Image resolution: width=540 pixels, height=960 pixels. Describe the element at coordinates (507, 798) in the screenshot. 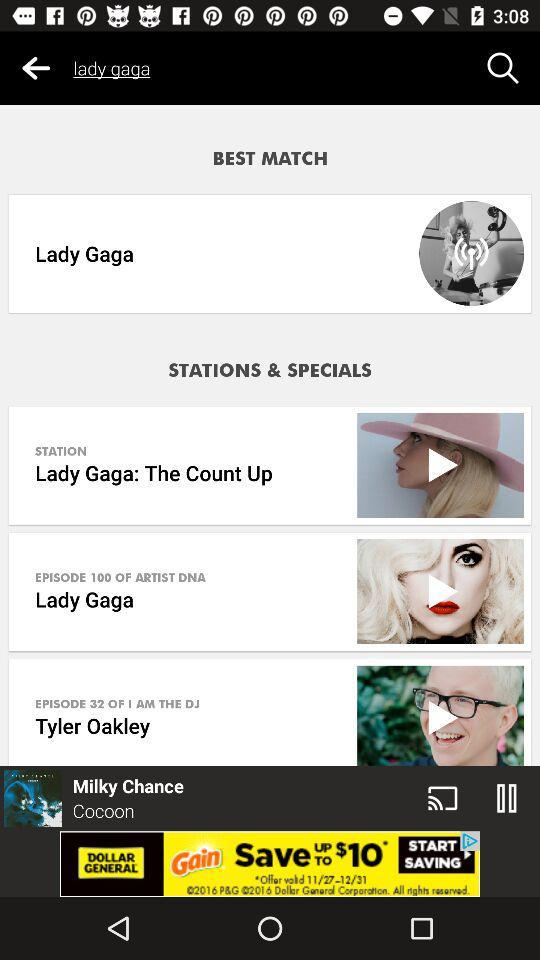

I see `the pause icon` at that location.